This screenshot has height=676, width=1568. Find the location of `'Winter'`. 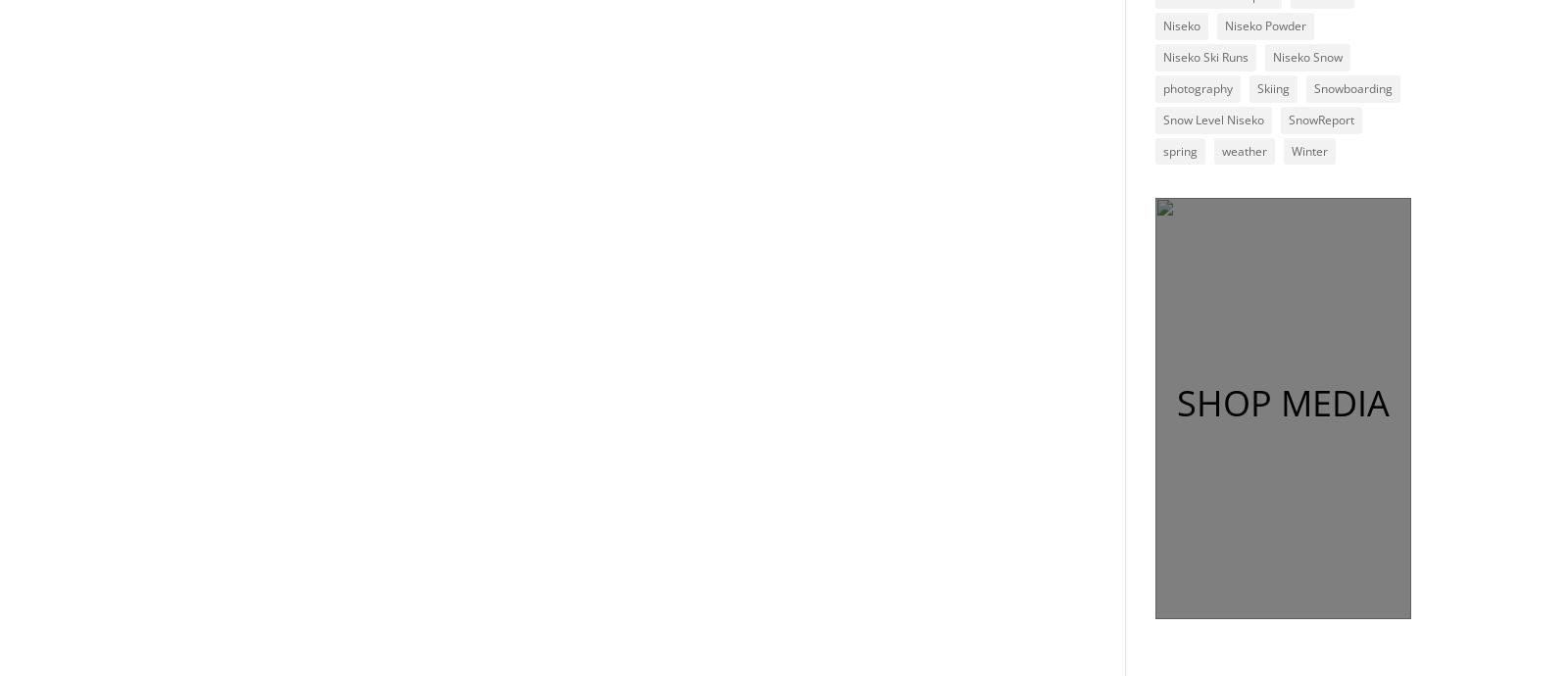

'Winter' is located at coordinates (1307, 150).